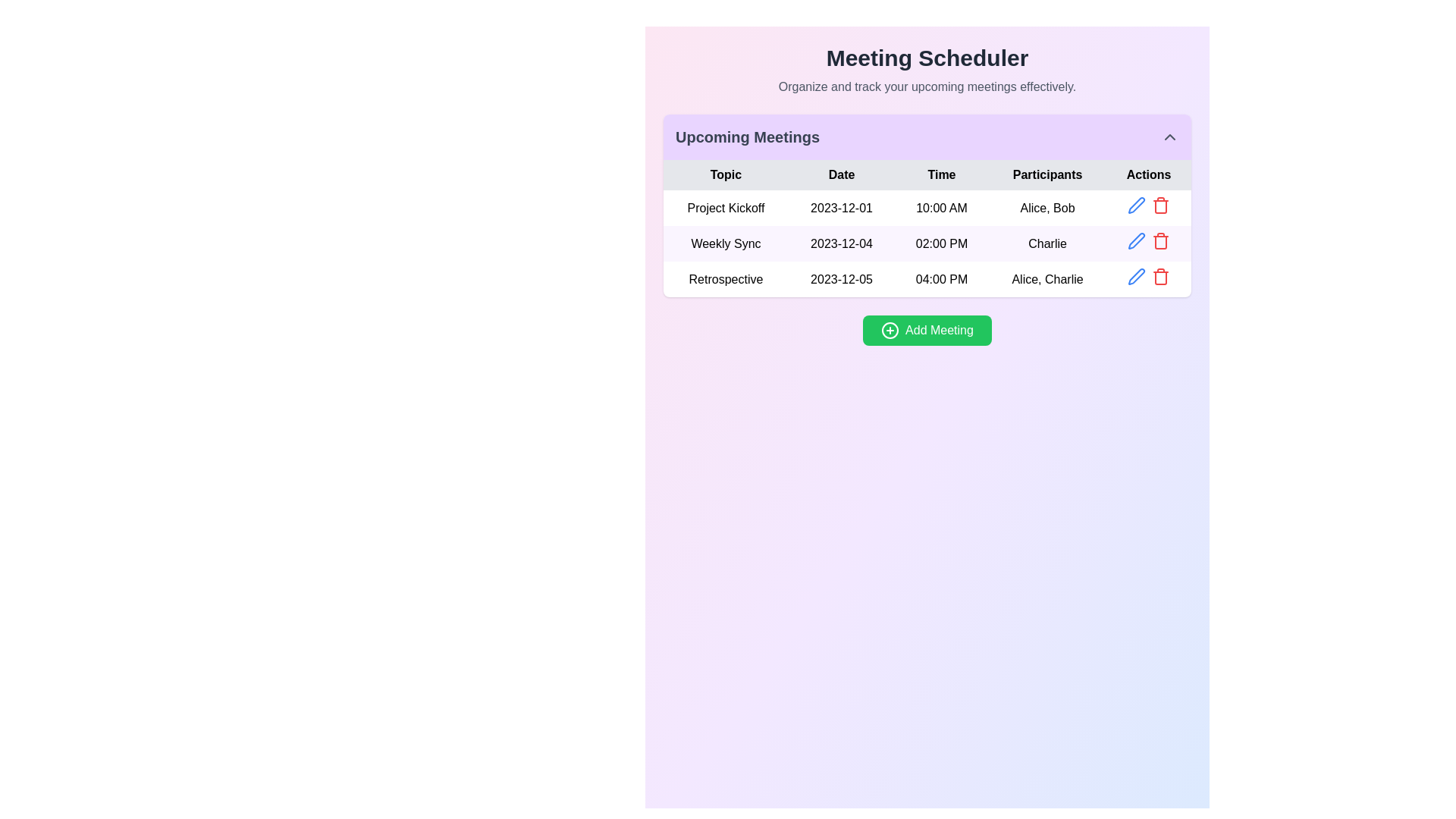 The height and width of the screenshot is (819, 1456). I want to click on the Table Header Cell displaying the text 'Topic', which is bold and centered in a light gray background, located at the upper-left side of the table before the headers 'Date', 'Time', 'Participants', and 'Actions', so click(725, 174).